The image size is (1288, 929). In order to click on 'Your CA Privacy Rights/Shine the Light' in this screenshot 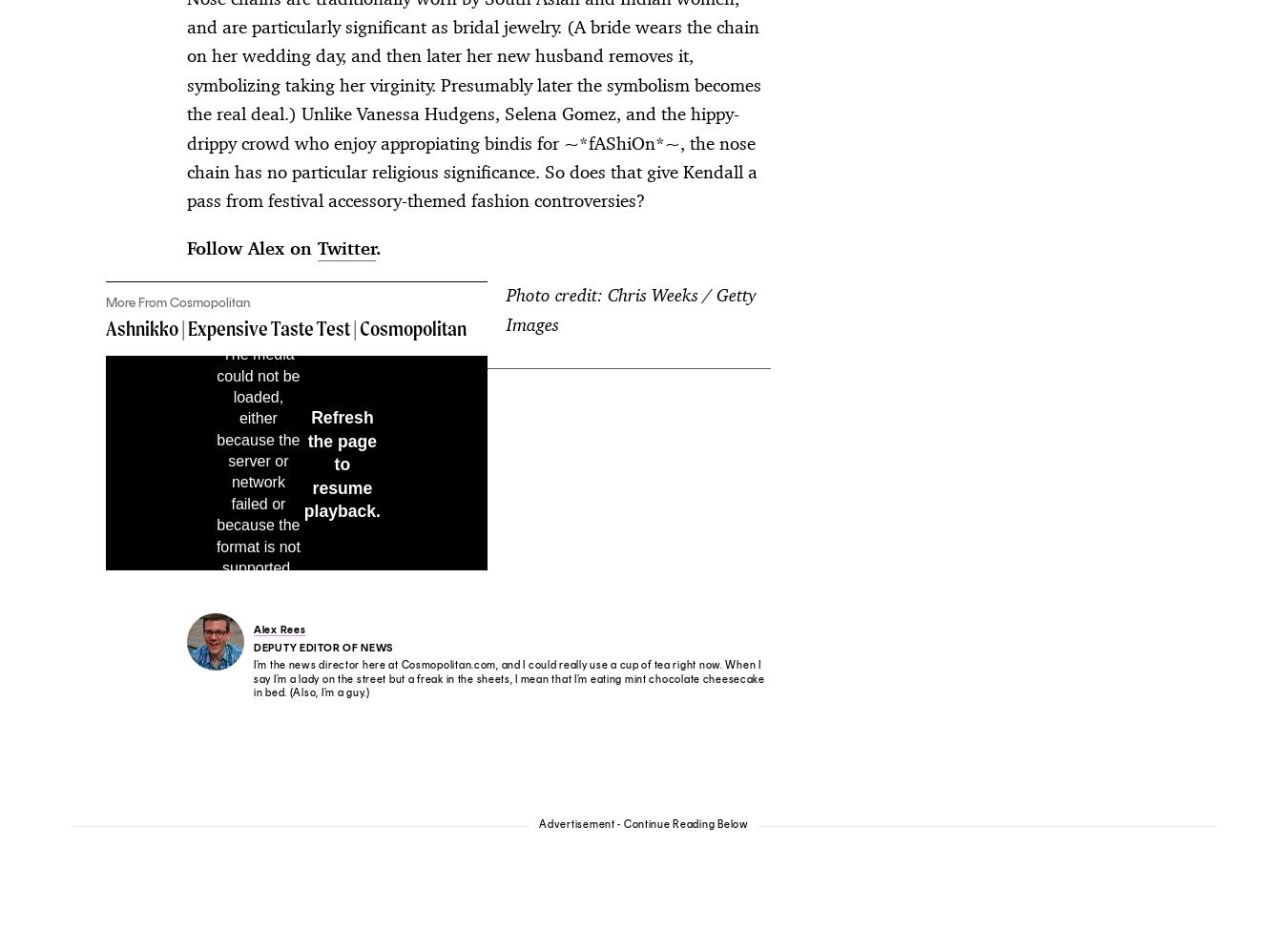, I will do `click(494, 884)`.